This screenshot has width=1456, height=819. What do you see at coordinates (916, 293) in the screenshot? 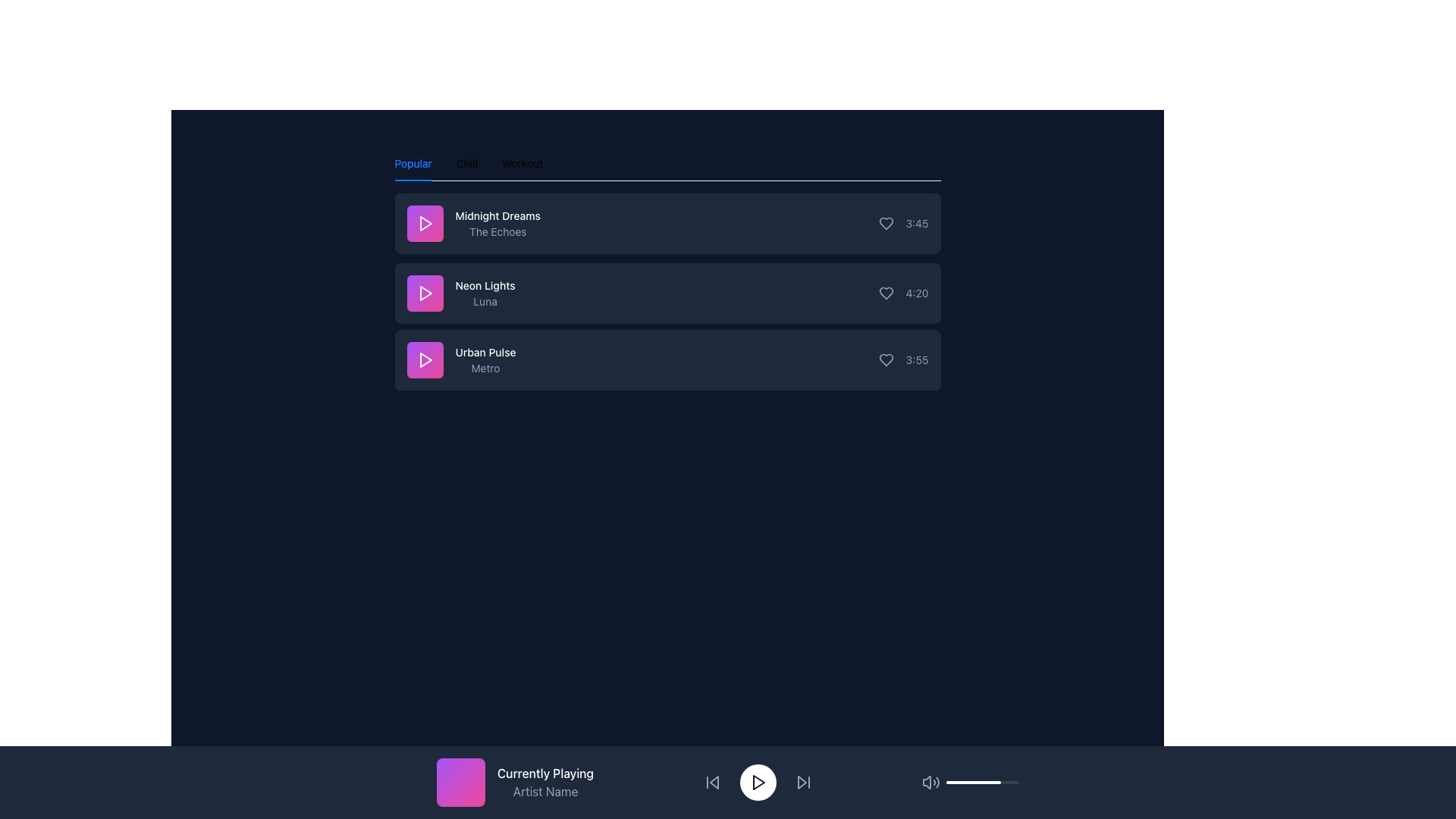
I see `the static text display that shows the duration of the song 'Neon Lights', located on the right edge inside the second row of the list labeled 'Neon Lights - Luna'` at bounding box center [916, 293].